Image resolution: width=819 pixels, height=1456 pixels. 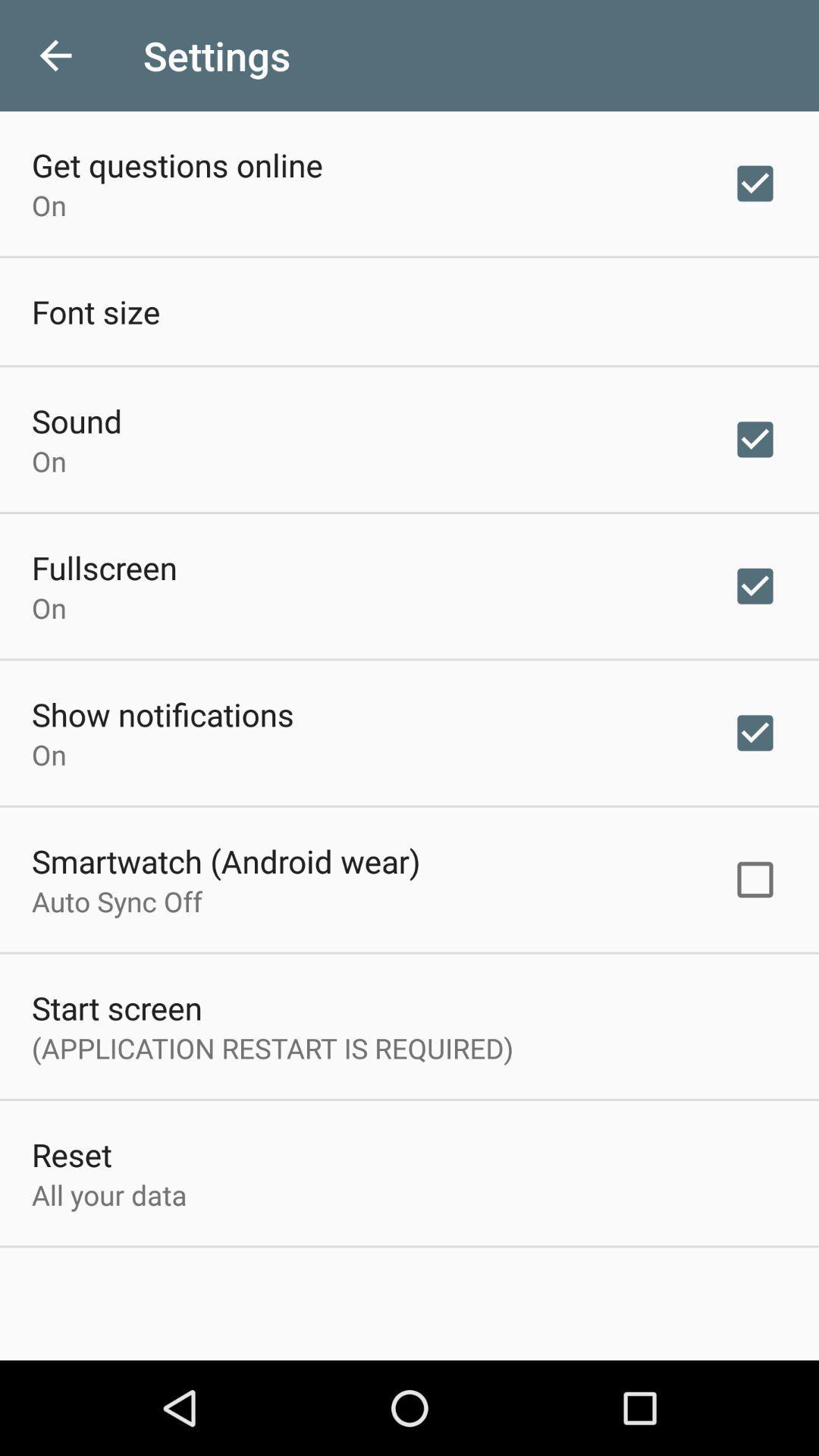 What do you see at coordinates (108, 1194) in the screenshot?
I see `item below the reset icon` at bounding box center [108, 1194].